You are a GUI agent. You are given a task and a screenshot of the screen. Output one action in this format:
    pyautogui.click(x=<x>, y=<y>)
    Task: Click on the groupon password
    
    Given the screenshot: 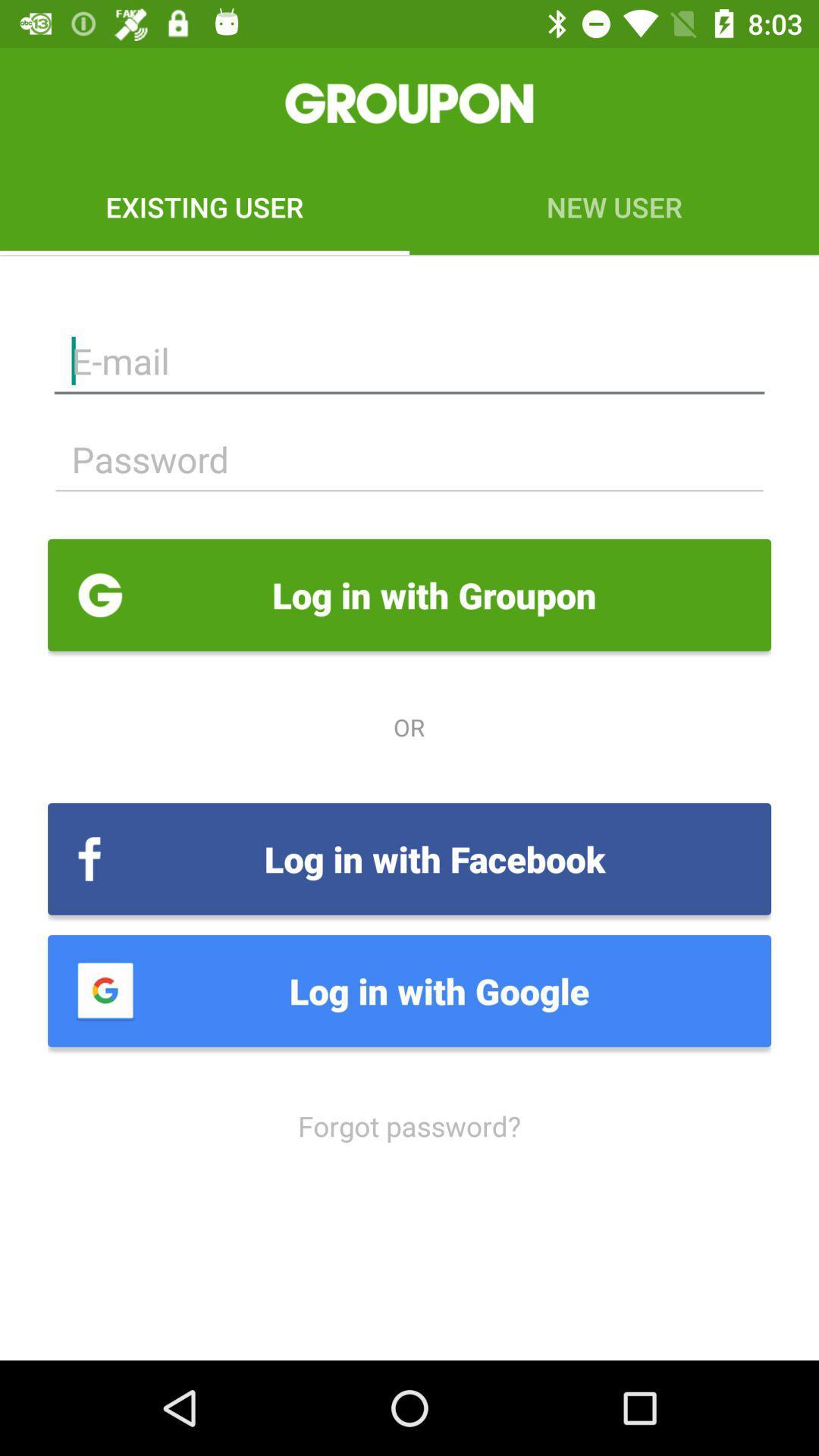 What is the action you would take?
    pyautogui.click(x=409, y=459)
    